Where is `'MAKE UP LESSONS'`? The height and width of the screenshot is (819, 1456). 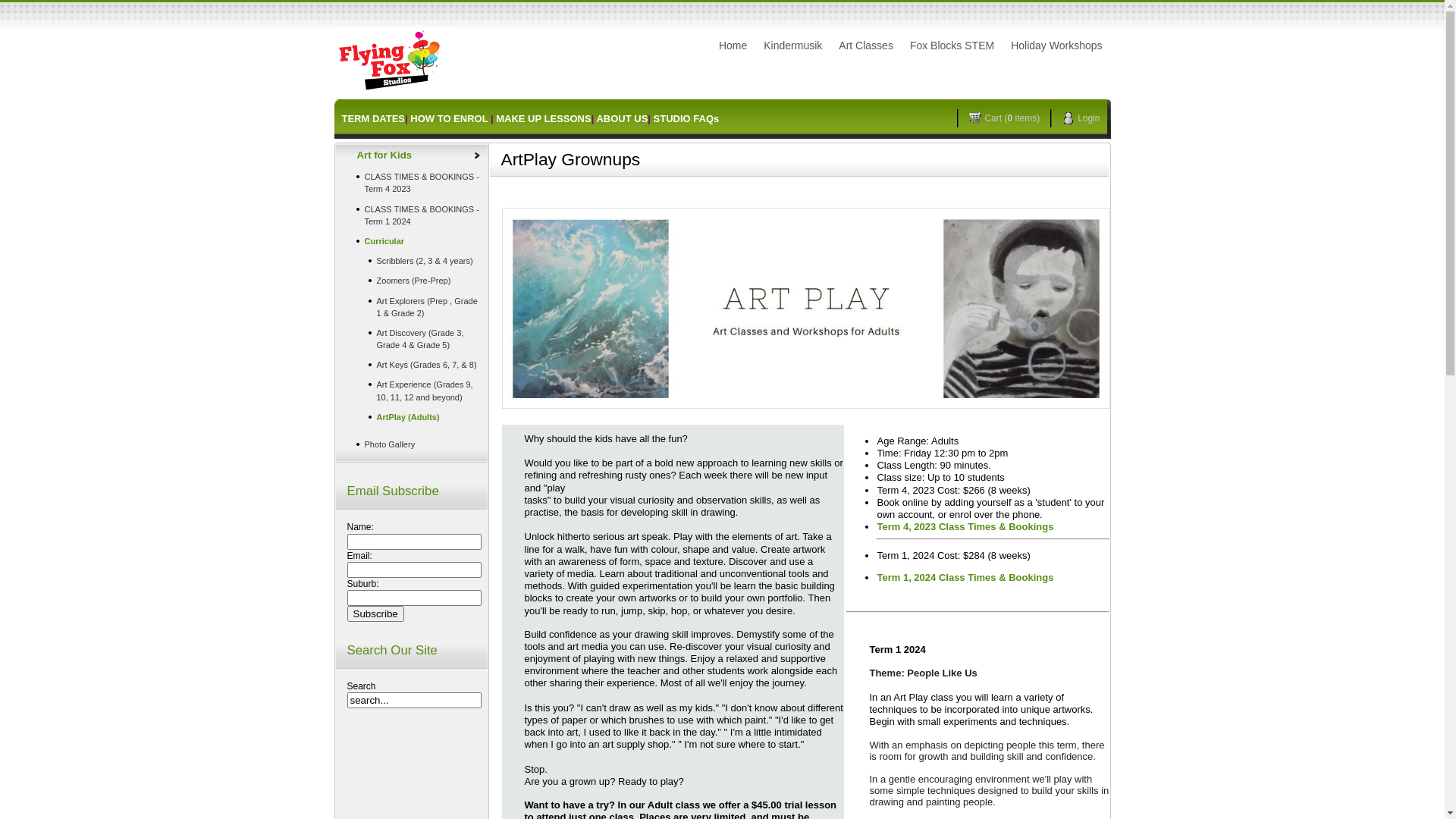 'MAKE UP LESSONS' is located at coordinates (543, 118).